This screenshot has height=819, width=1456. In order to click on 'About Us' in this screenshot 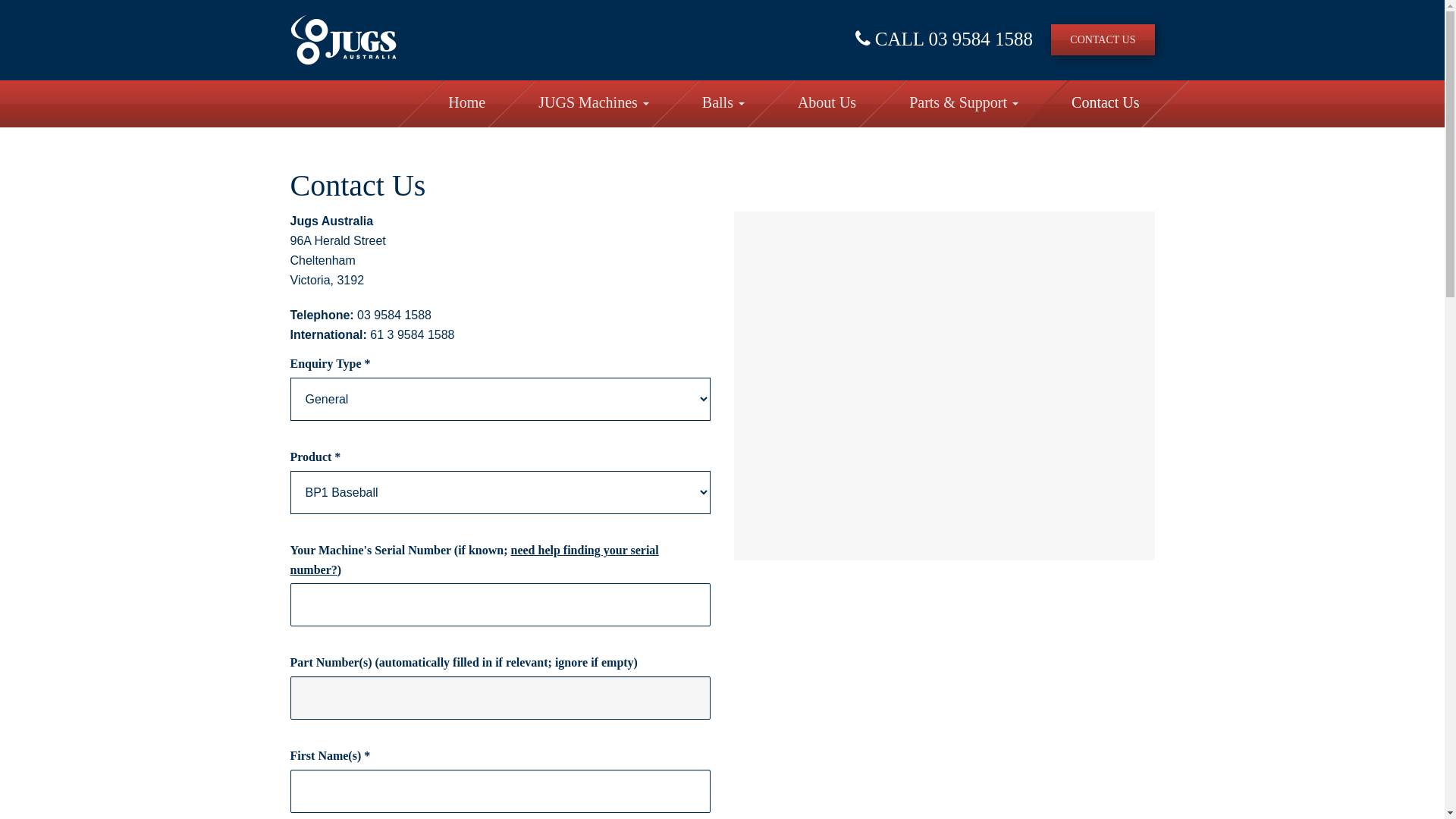, I will do `click(826, 103)`.